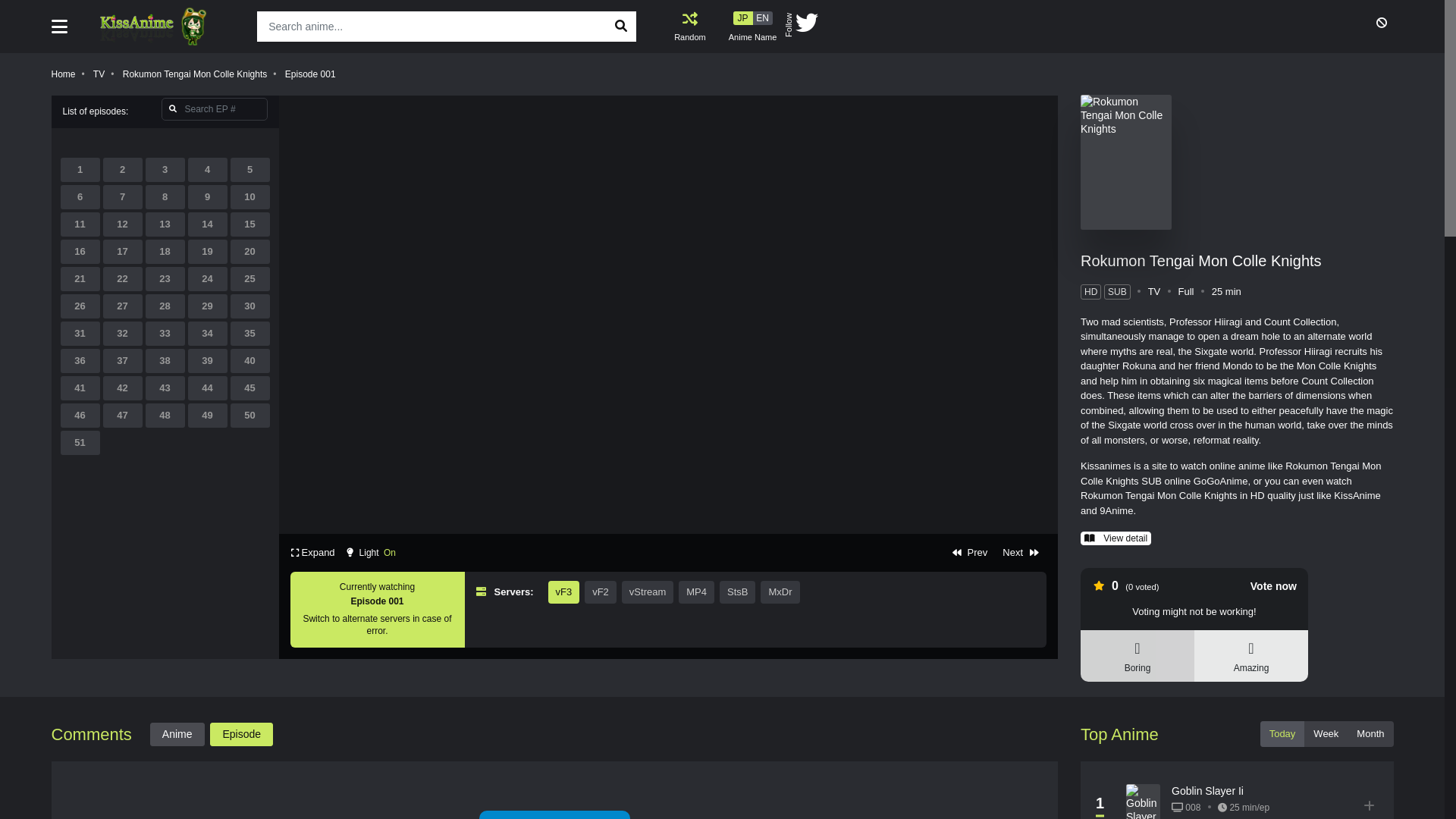  What do you see at coordinates (648, 591) in the screenshot?
I see `'vStream'` at bounding box center [648, 591].